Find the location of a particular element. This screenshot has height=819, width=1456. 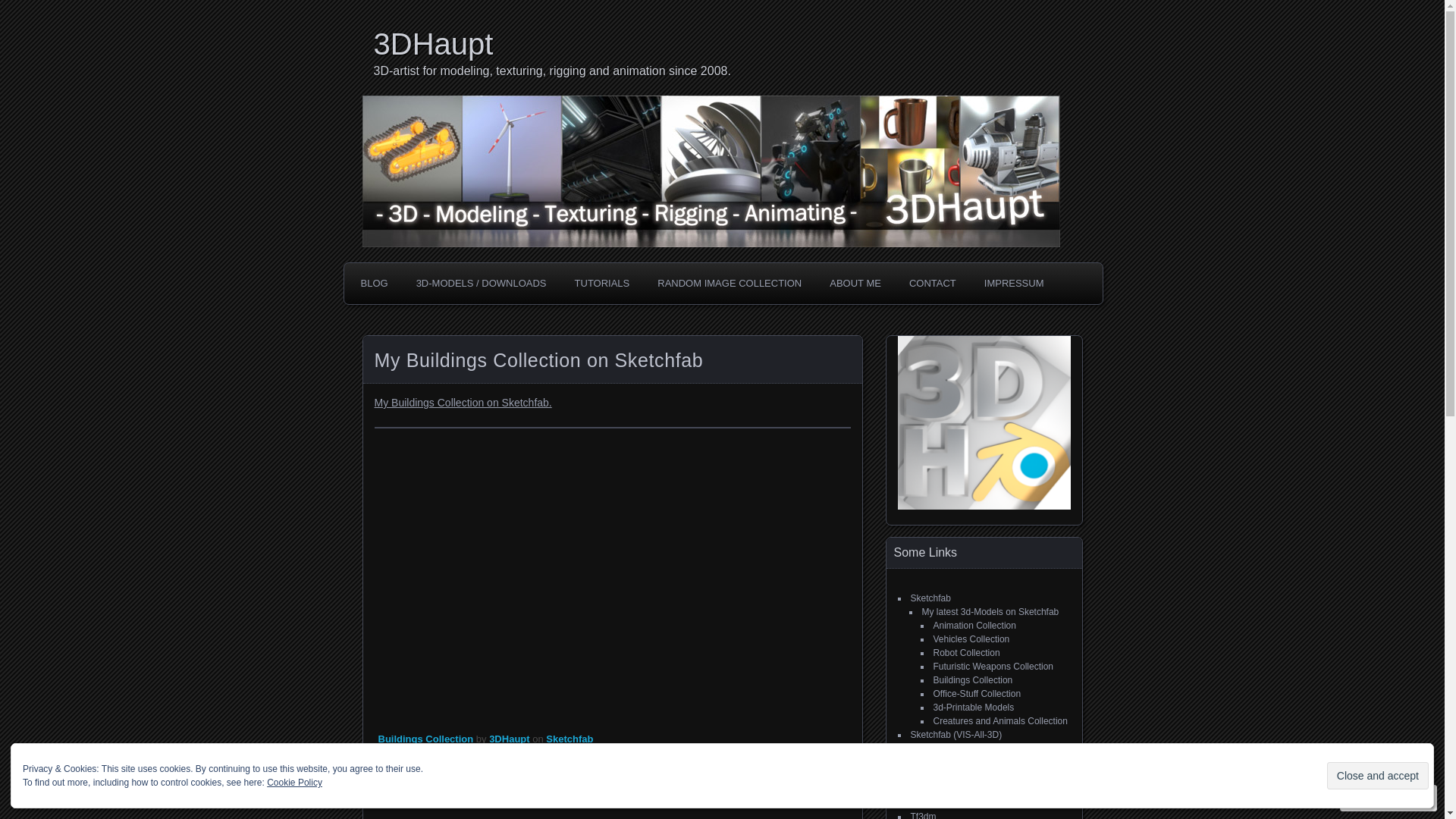

'3d-Printable Models' is located at coordinates (931, 708).